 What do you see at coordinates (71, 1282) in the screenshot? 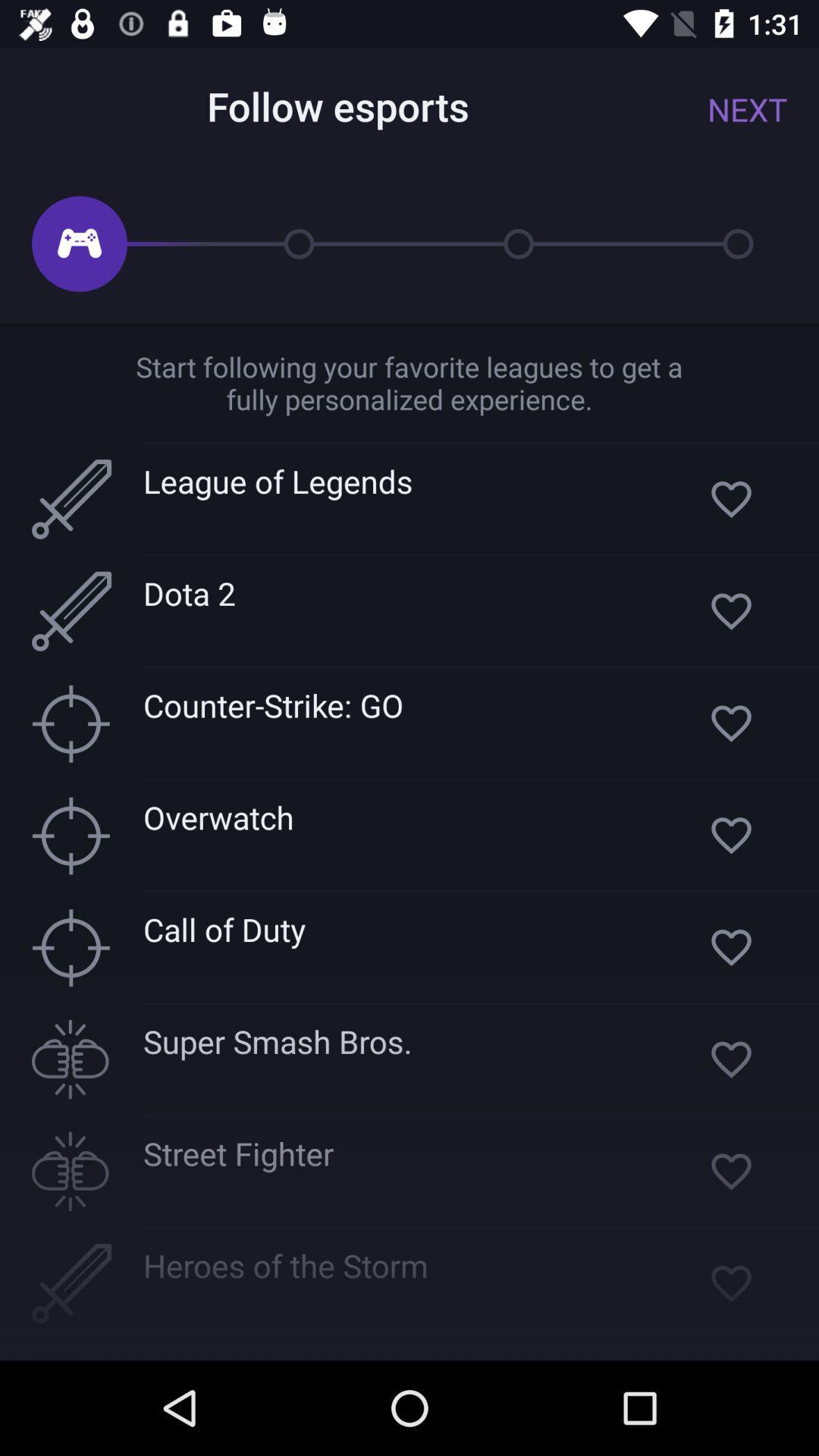
I see `the icon at left side of the heroes of the storm` at bounding box center [71, 1282].